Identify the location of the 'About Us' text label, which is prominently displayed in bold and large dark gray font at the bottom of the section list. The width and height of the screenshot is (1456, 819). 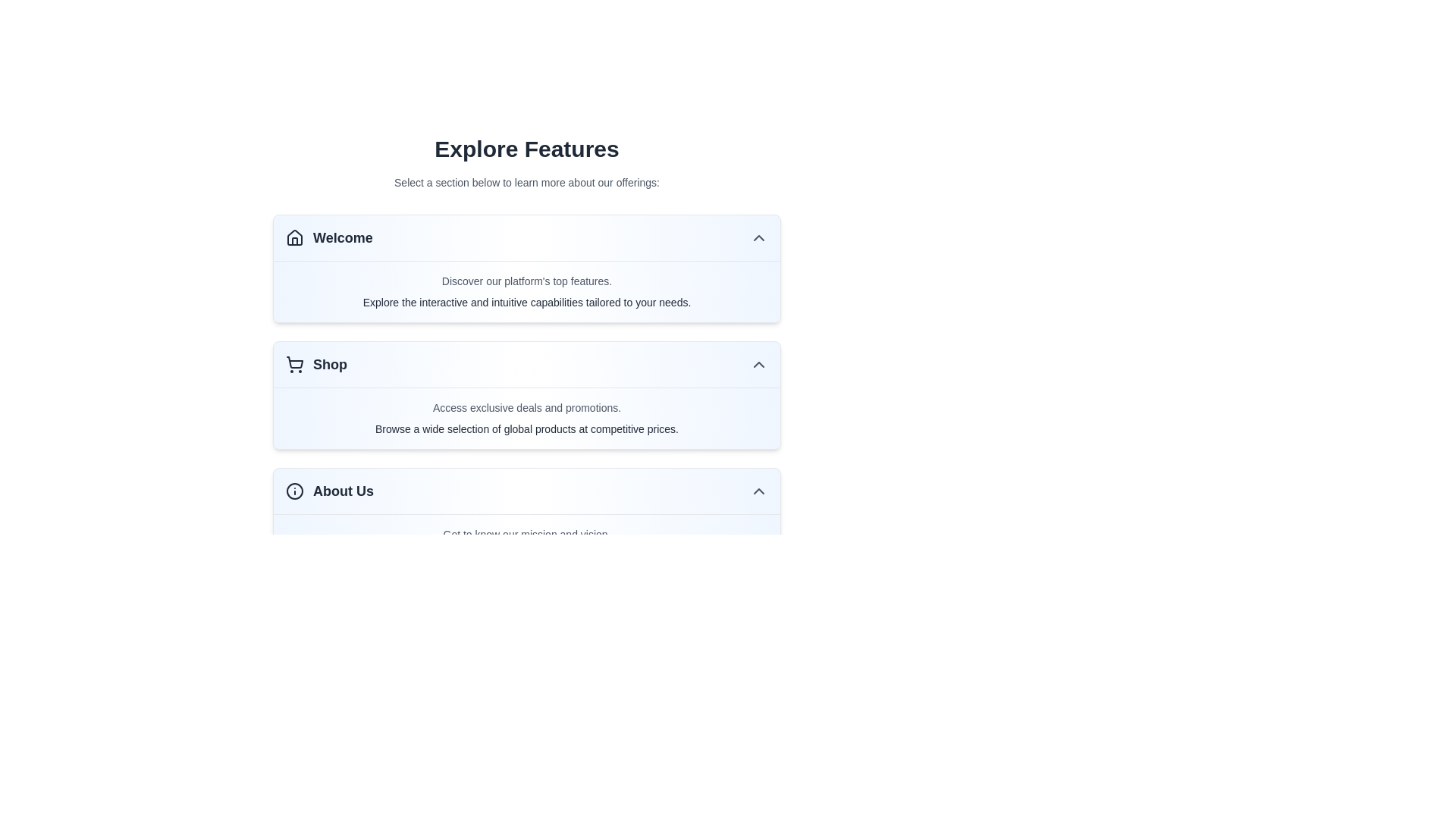
(342, 491).